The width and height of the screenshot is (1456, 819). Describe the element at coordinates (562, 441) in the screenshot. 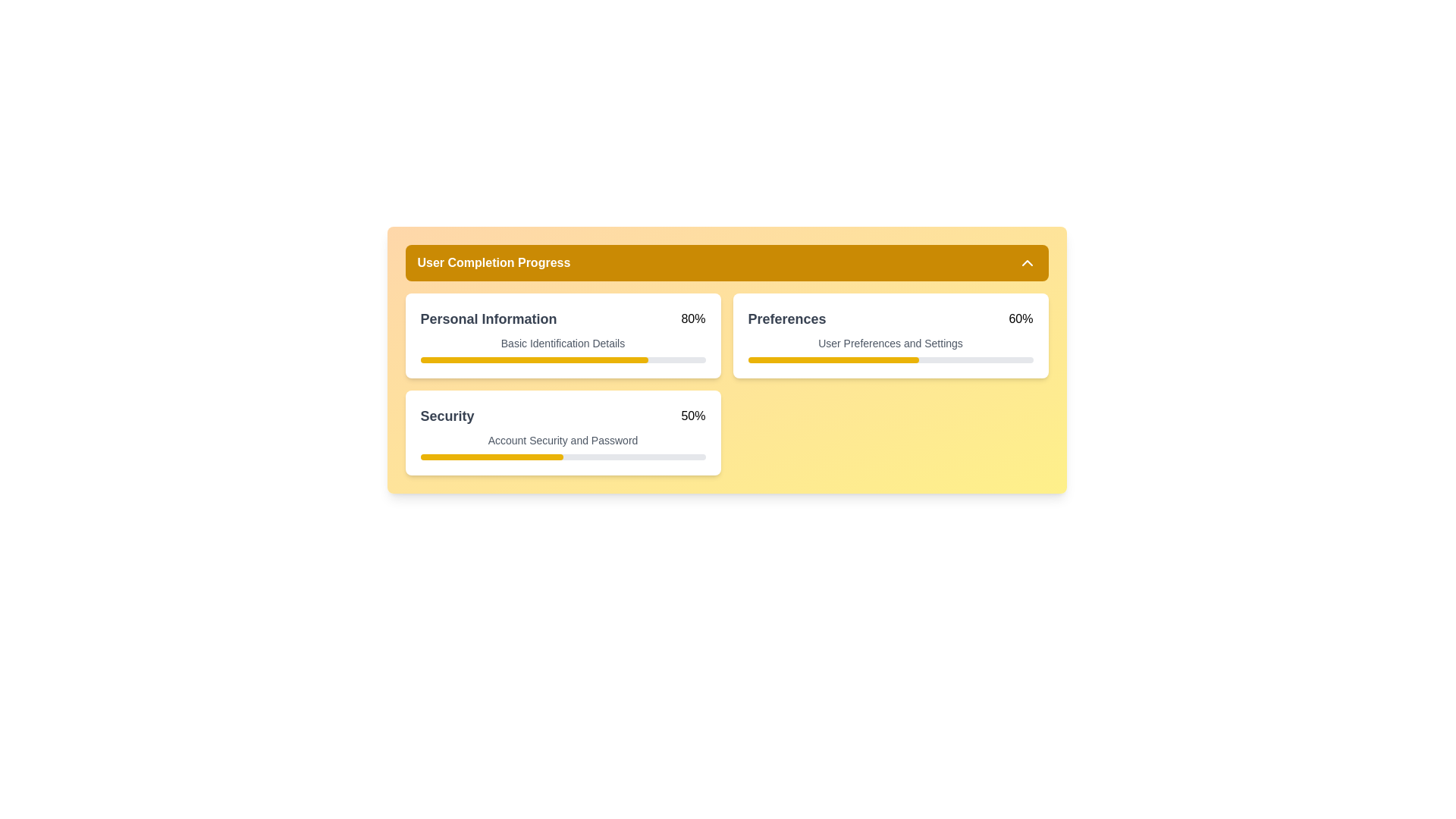

I see `the text label that reads 'Account Security and Password', which is a muted gray and positioned below the heading 'Security' and the percentage text '50%'` at that location.